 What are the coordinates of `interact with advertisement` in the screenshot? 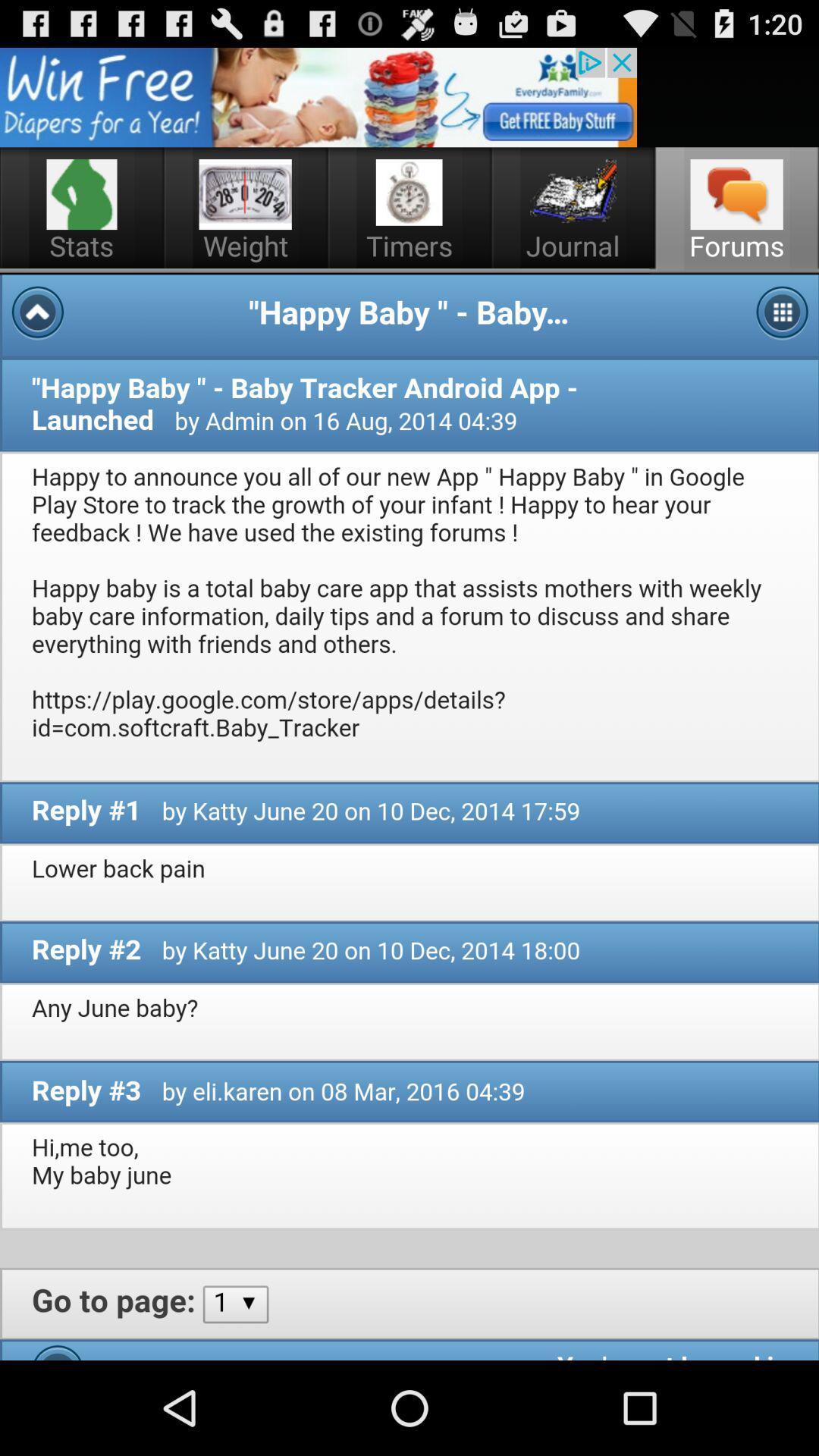 It's located at (318, 96).